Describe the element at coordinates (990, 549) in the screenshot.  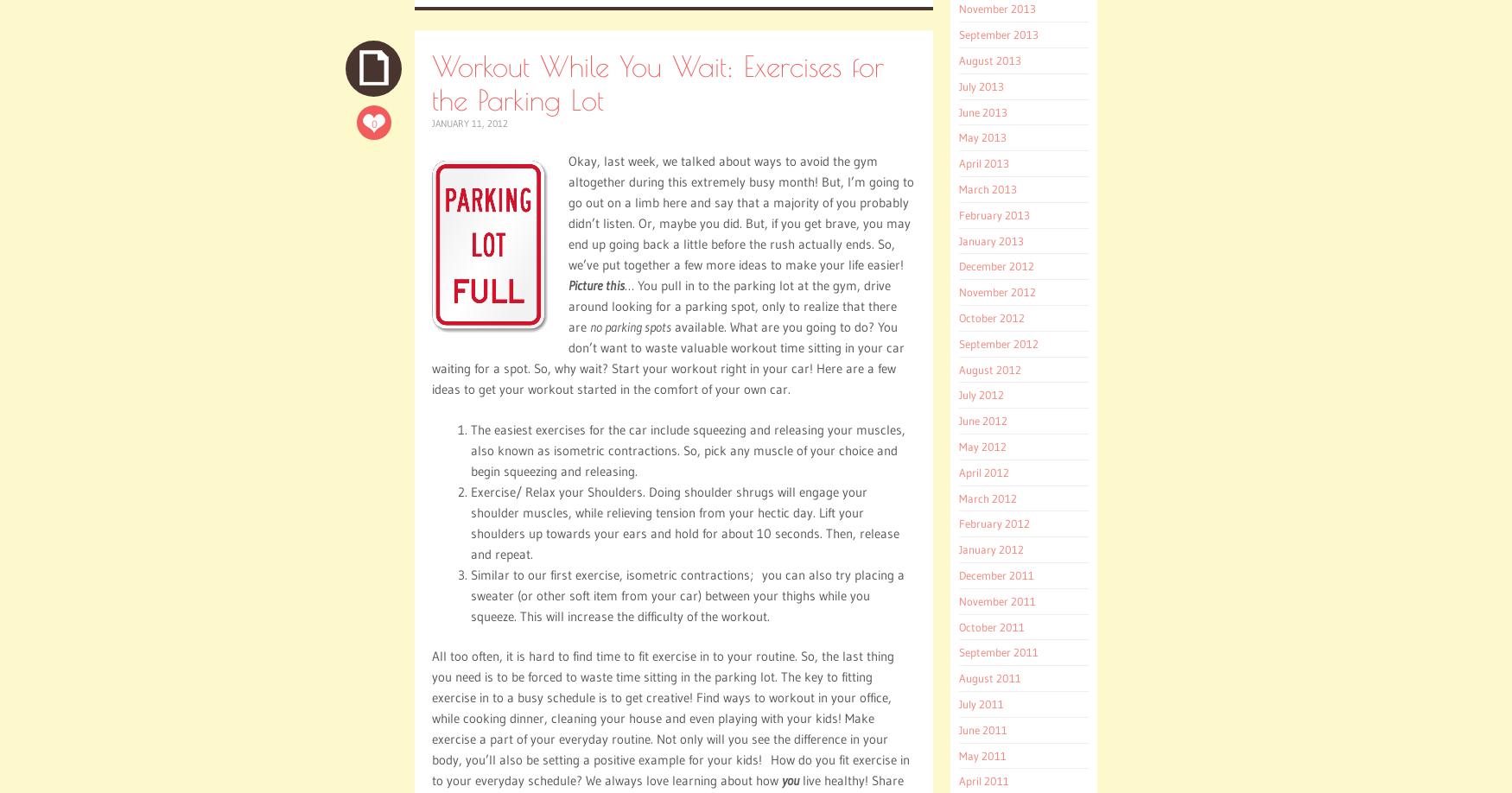
I see `'January 2012'` at that location.